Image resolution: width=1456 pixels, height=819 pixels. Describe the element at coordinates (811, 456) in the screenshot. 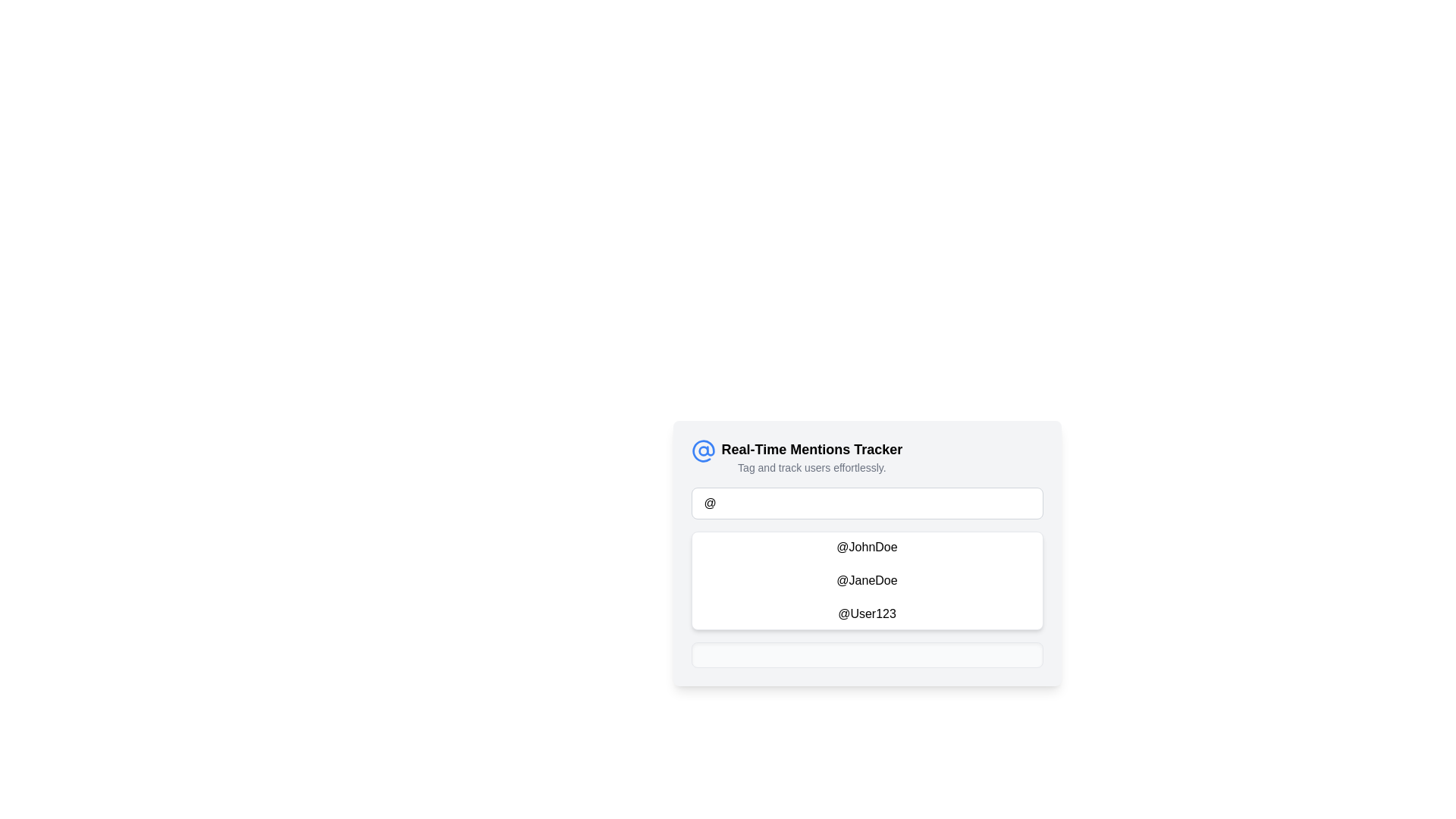

I see `the text block displaying 'Real-Time Mentions Tracker' and 'Tag and track users effortlessly.' which is located in the top portion of a rectangular card interface, to the right of a blue '@' icon` at that location.